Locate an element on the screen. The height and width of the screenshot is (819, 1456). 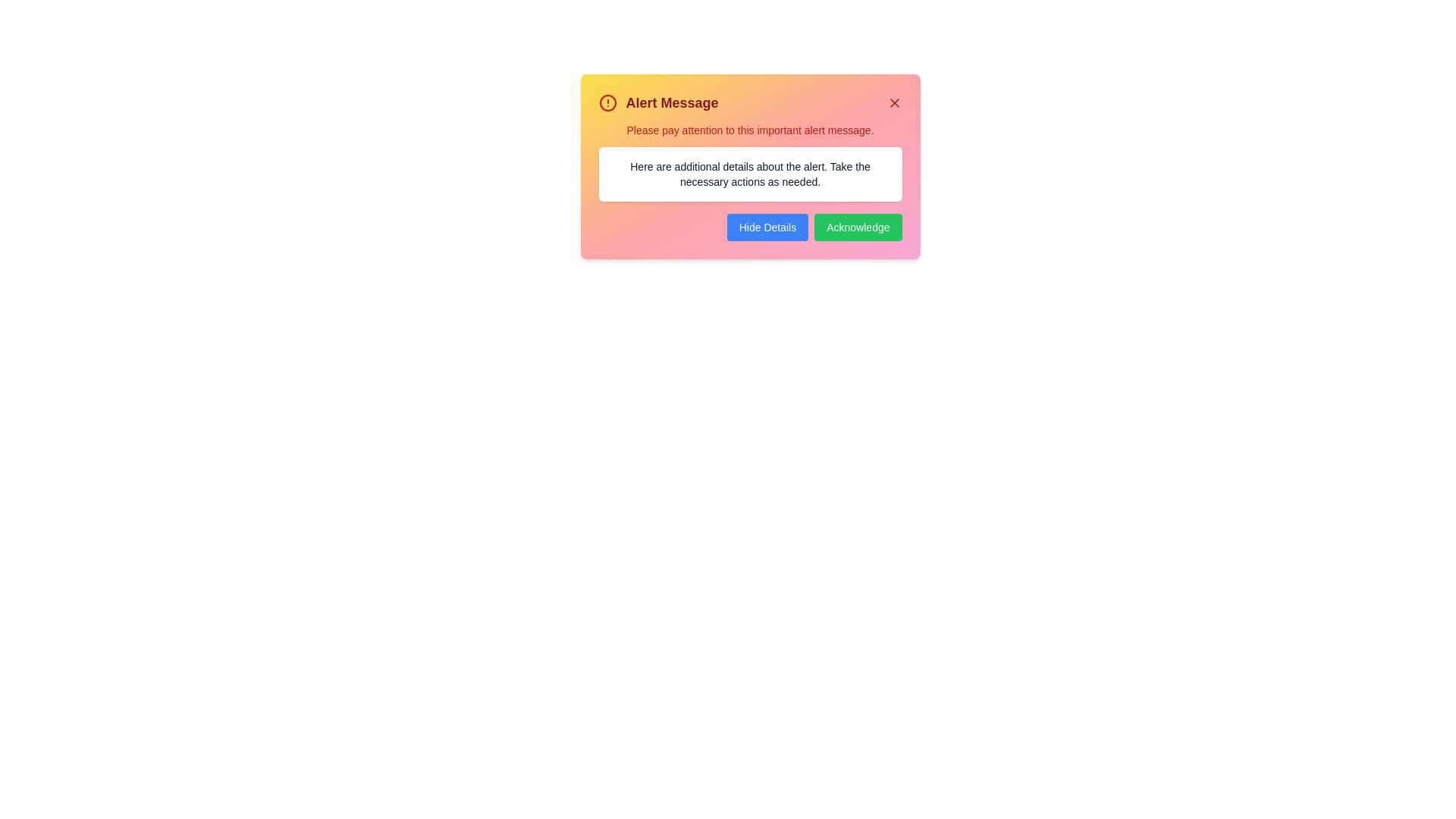
the 'Acknowledge' button to confirm the alert is located at coordinates (858, 227).